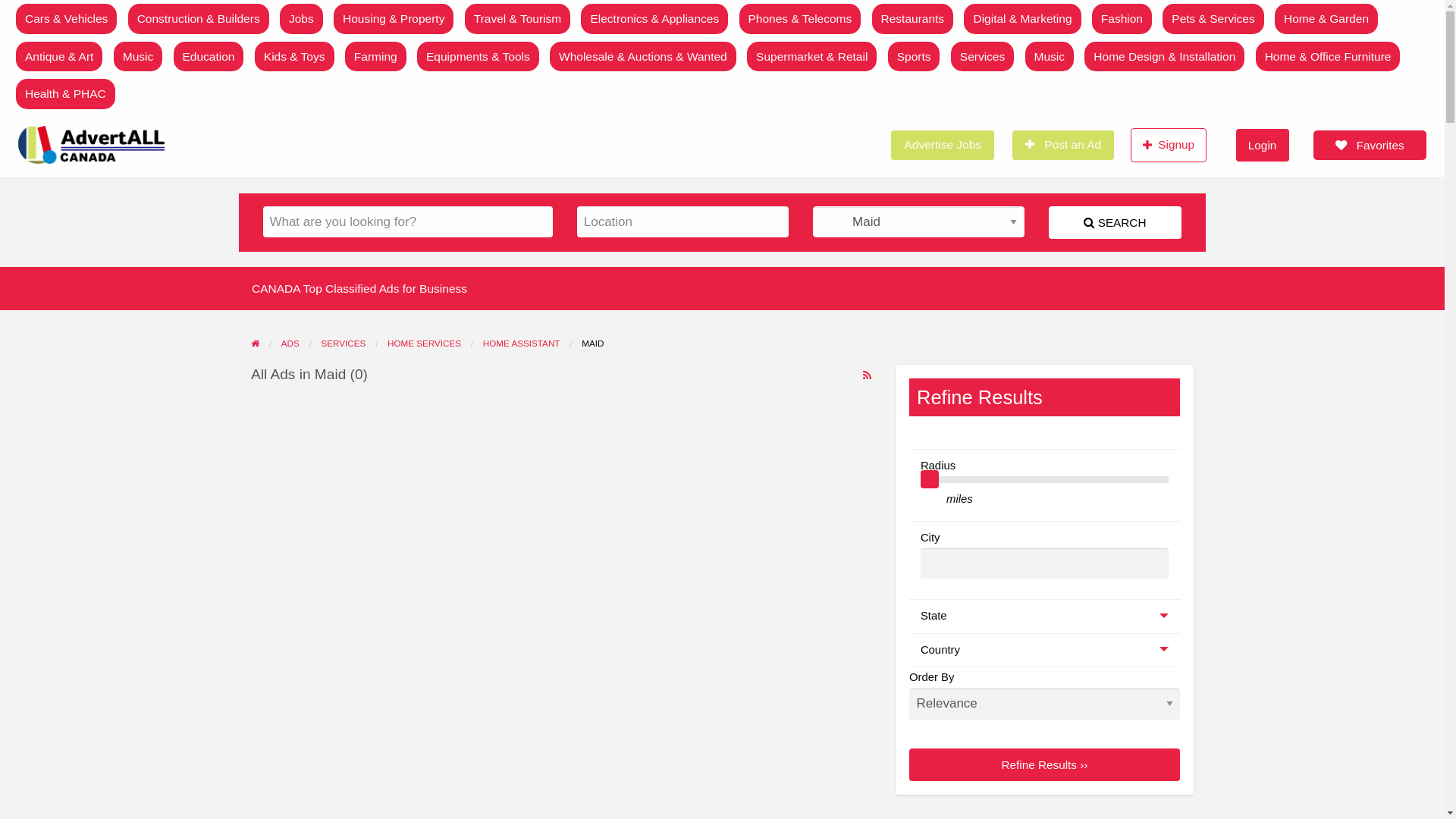  What do you see at coordinates (912, 18) in the screenshot?
I see `'Restaurants'` at bounding box center [912, 18].